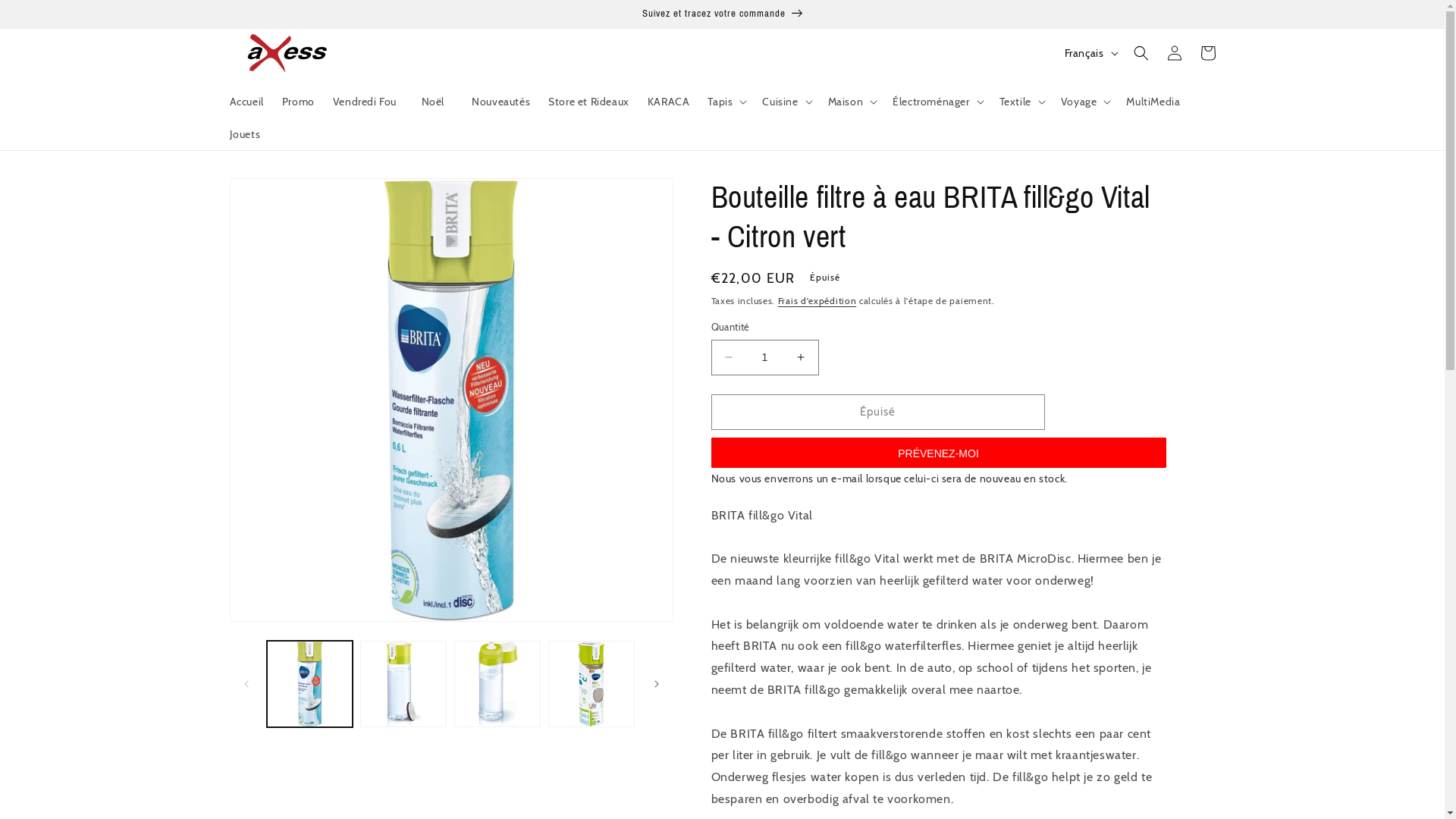 The width and height of the screenshot is (1456, 819). Describe the element at coordinates (246, 102) in the screenshot. I see `'Accueil'` at that location.